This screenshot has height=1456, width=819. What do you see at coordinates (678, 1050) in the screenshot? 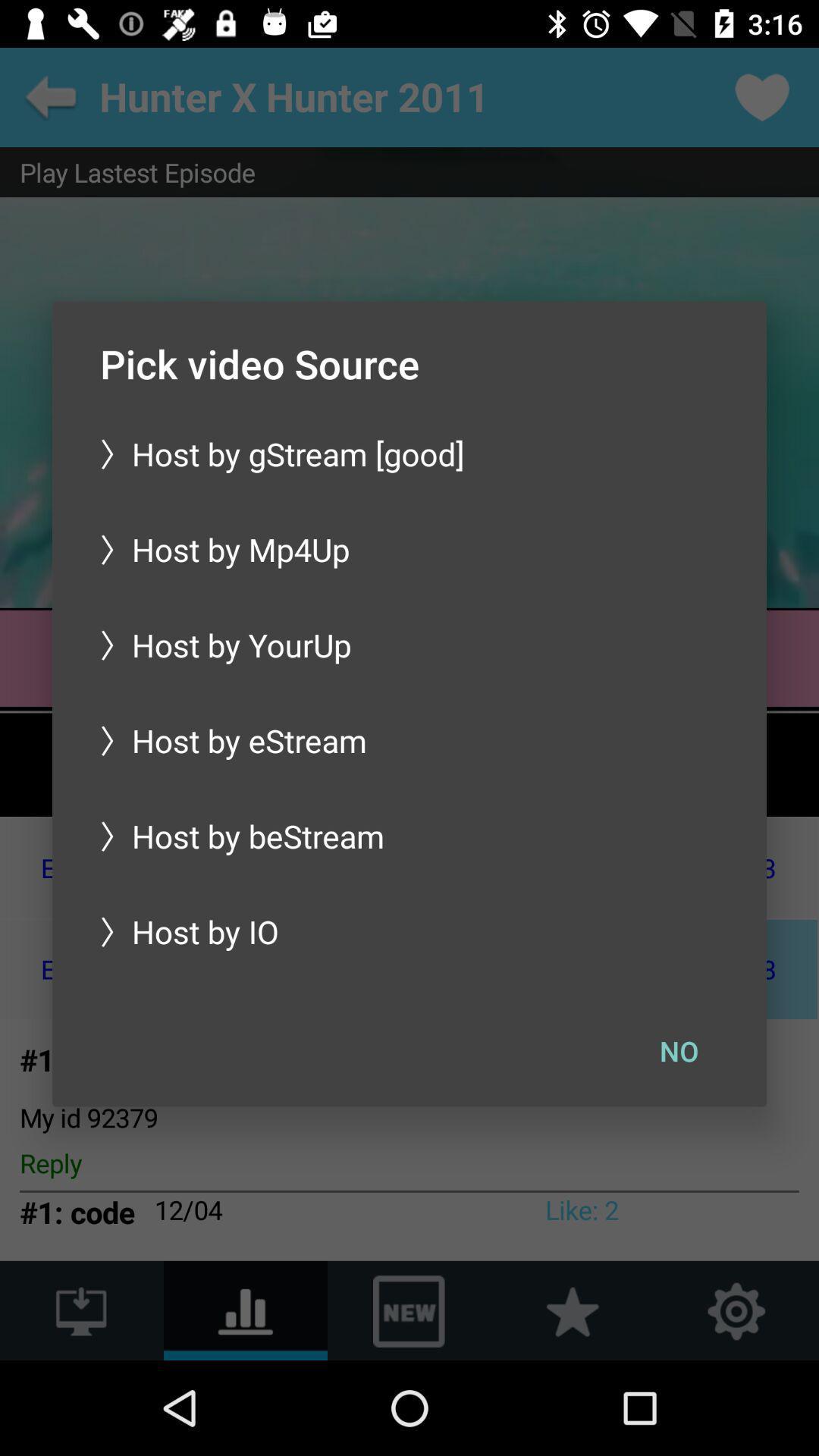
I see `no at the bottom right corner` at bounding box center [678, 1050].